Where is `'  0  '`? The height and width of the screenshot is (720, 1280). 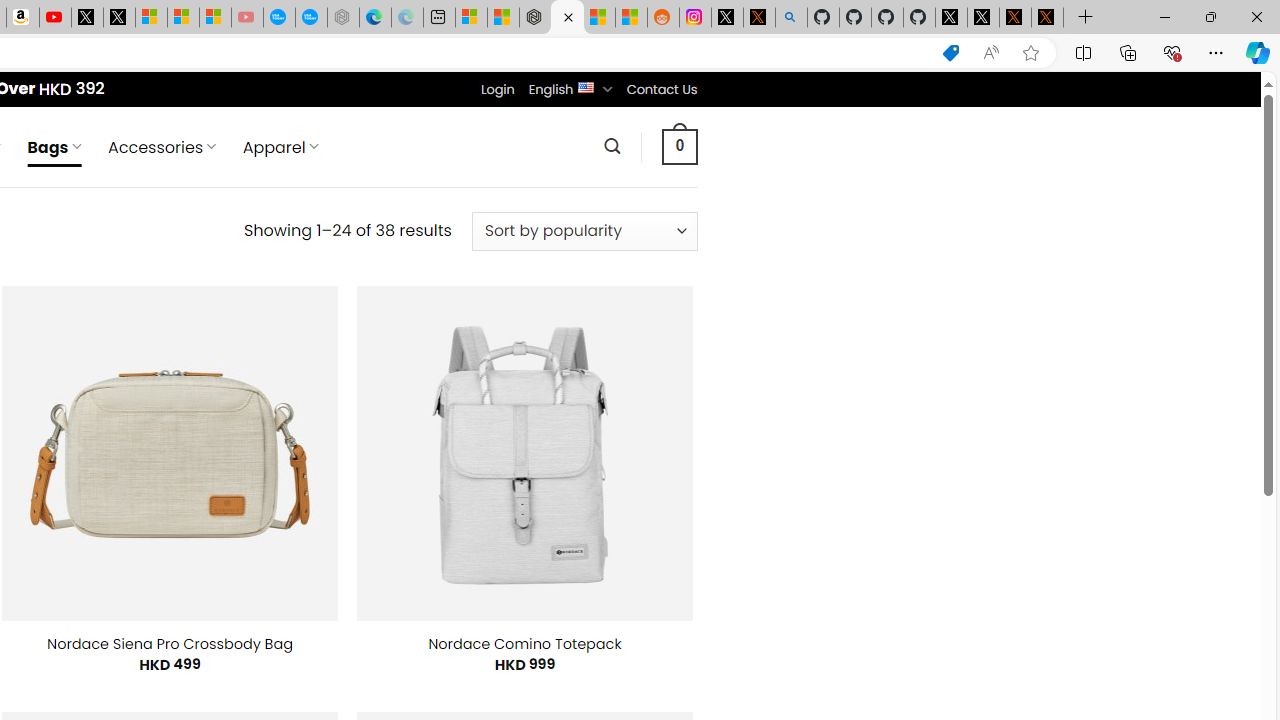 '  0  ' is located at coordinates (679, 145).